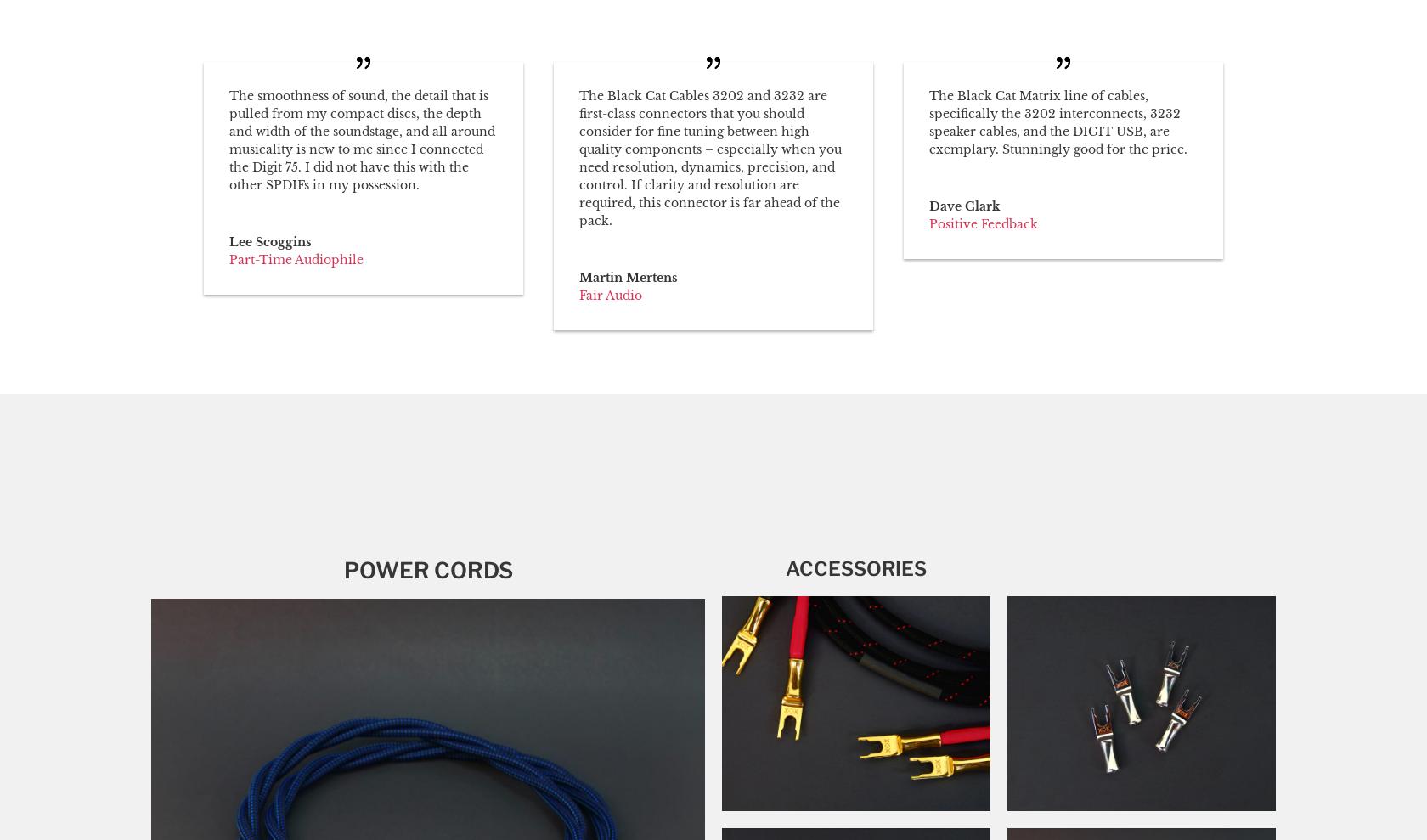 The image size is (1427, 840). Describe the element at coordinates (610, 294) in the screenshot. I see `'Fair Audio'` at that location.